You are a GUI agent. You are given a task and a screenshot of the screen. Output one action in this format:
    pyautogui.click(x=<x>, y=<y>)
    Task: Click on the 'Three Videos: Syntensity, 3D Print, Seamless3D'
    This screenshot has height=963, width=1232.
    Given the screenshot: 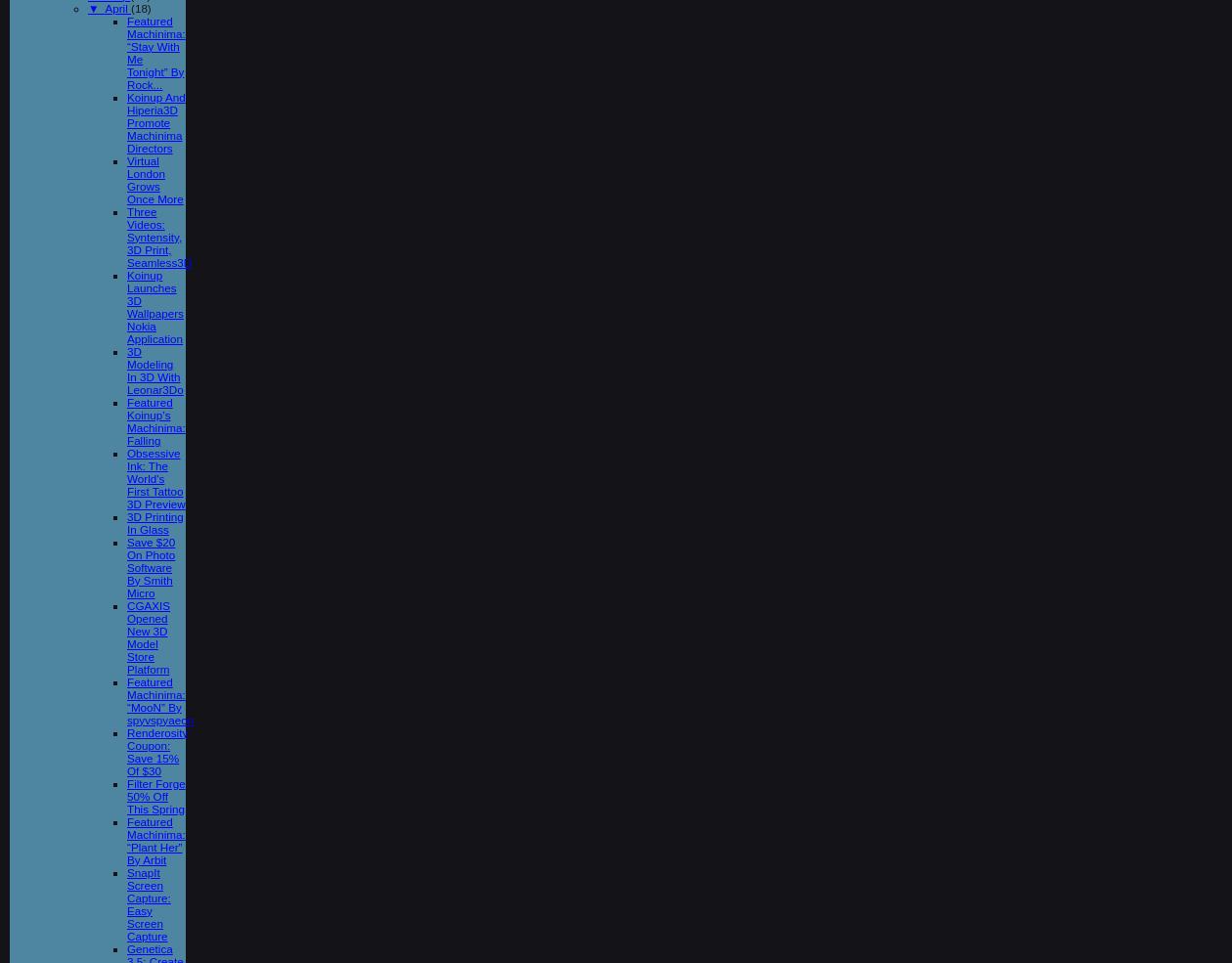 What is the action you would take?
    pyautogui.click(x=159, y=235)
    